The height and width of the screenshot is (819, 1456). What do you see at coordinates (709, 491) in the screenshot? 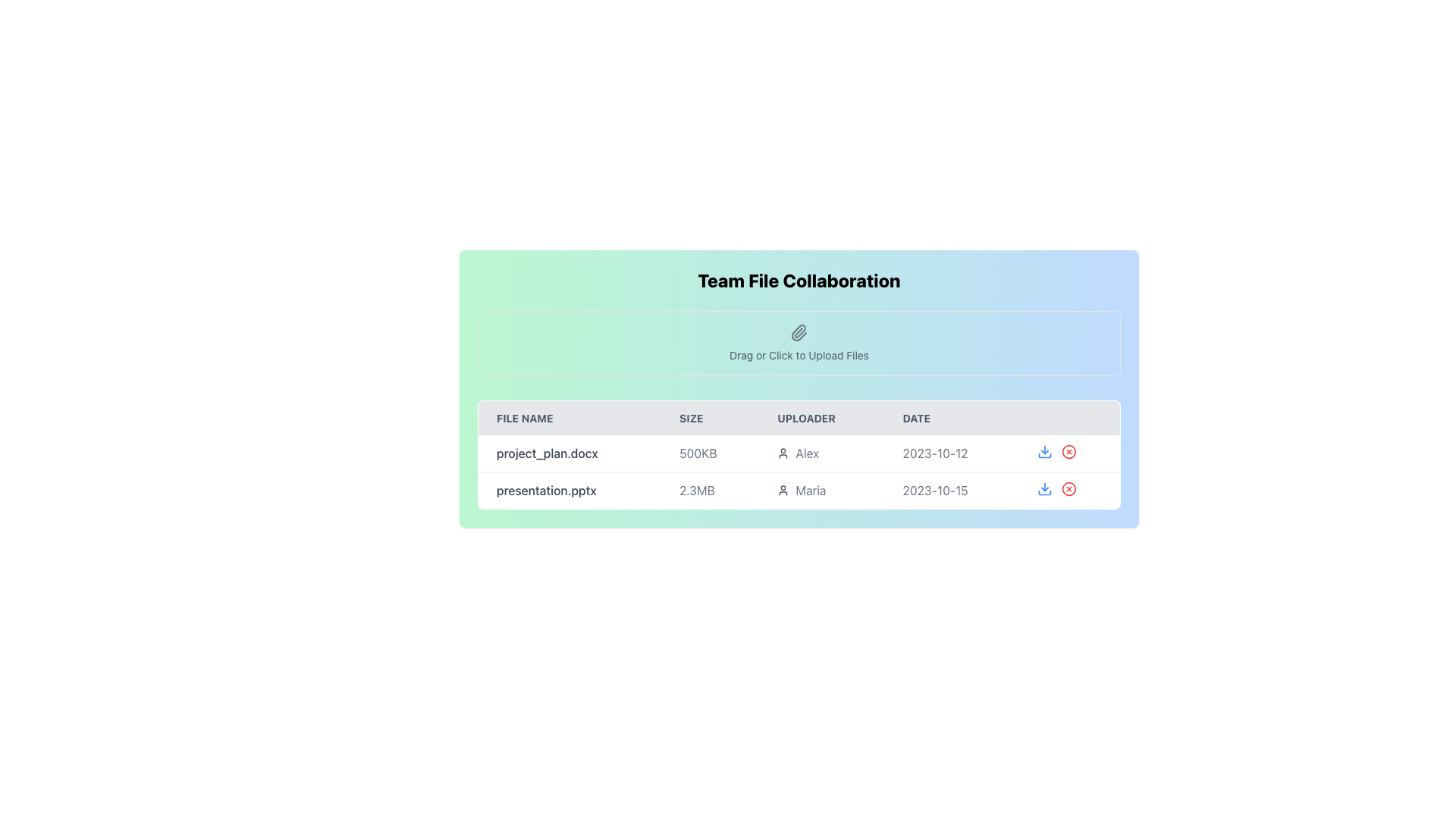
I see `the text displaying the size of the file 'presentation.pptx' in the second row of the file listing table under the 'SIZE' column` at bounding box center [709, 491].